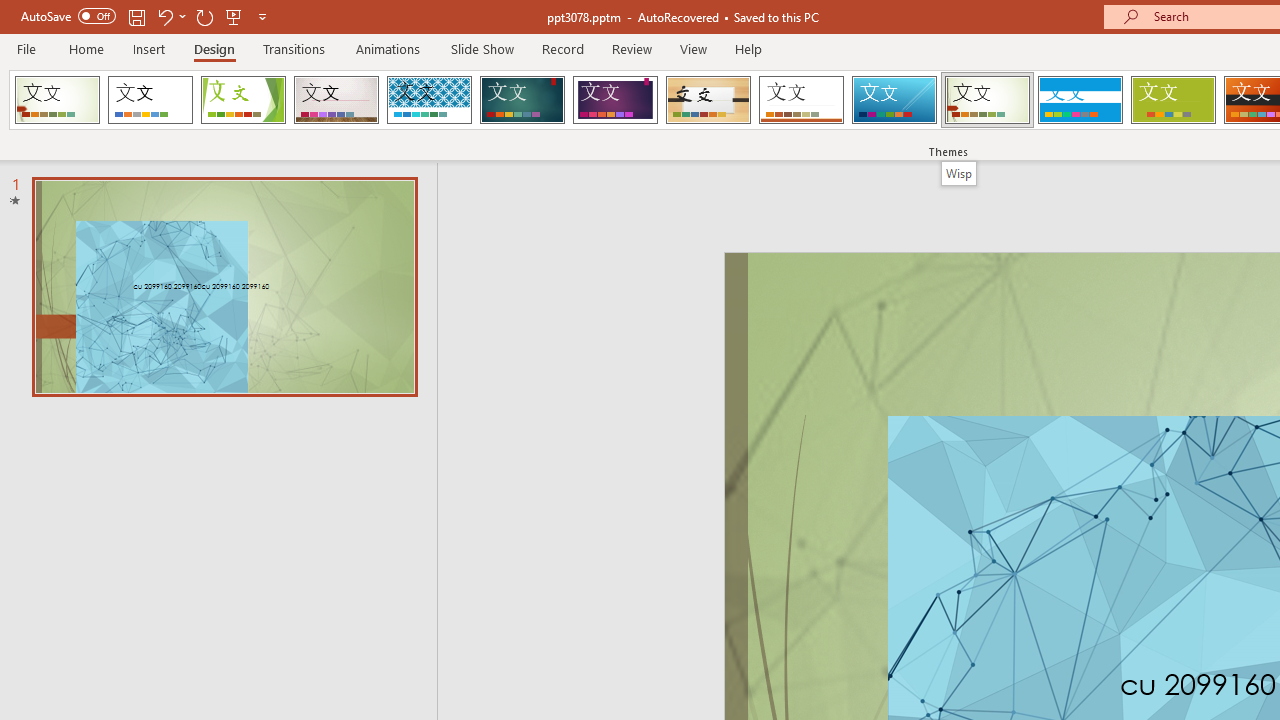 The height and width of the screenshot is (720, 1280). Describe the element at coordinates (893, 100) in the screenshot. I see `'Slice Loading Preview...'` at that location.